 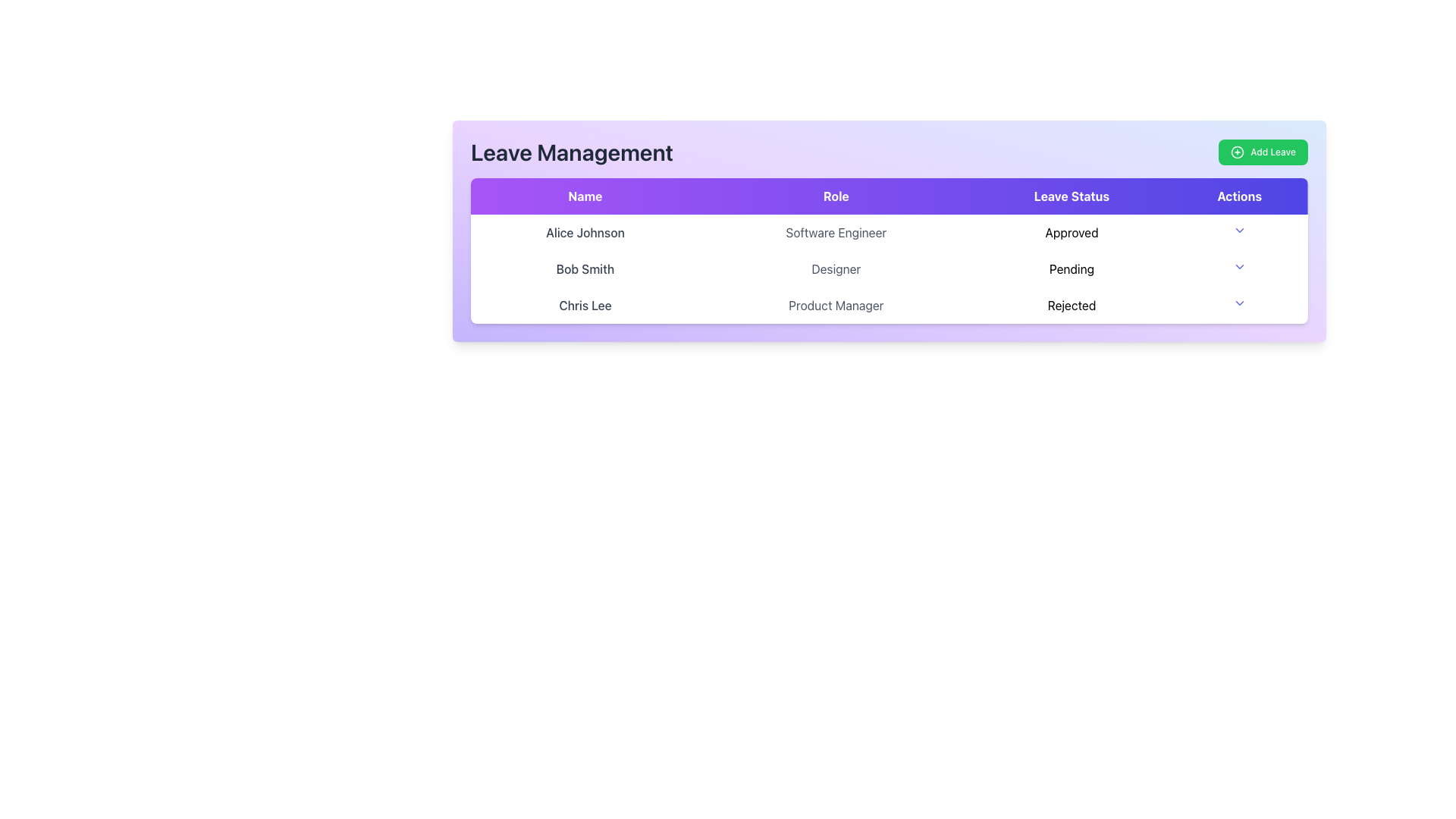 I want to click on text label displaying 'Alice Johnson' that is bold and gray, located in the first row of a table under the 'Name' header, so click(x=585, y=233).